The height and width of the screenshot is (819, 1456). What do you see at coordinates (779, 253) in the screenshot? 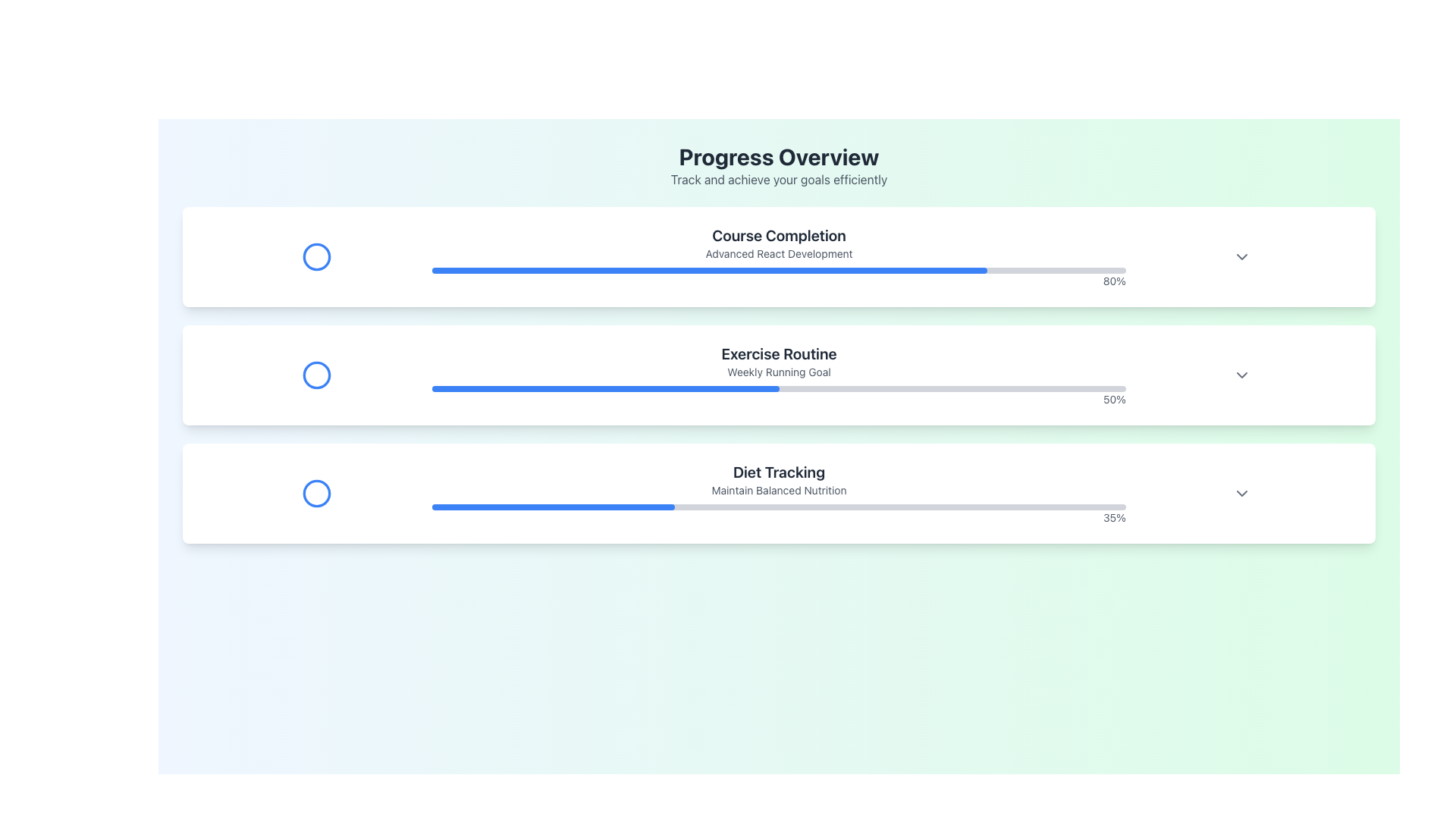
I see `the static text displaying 'Advanced React Development', which is aligned below the 'Course Completion' text in gray color` at bounding box center [779, 253].